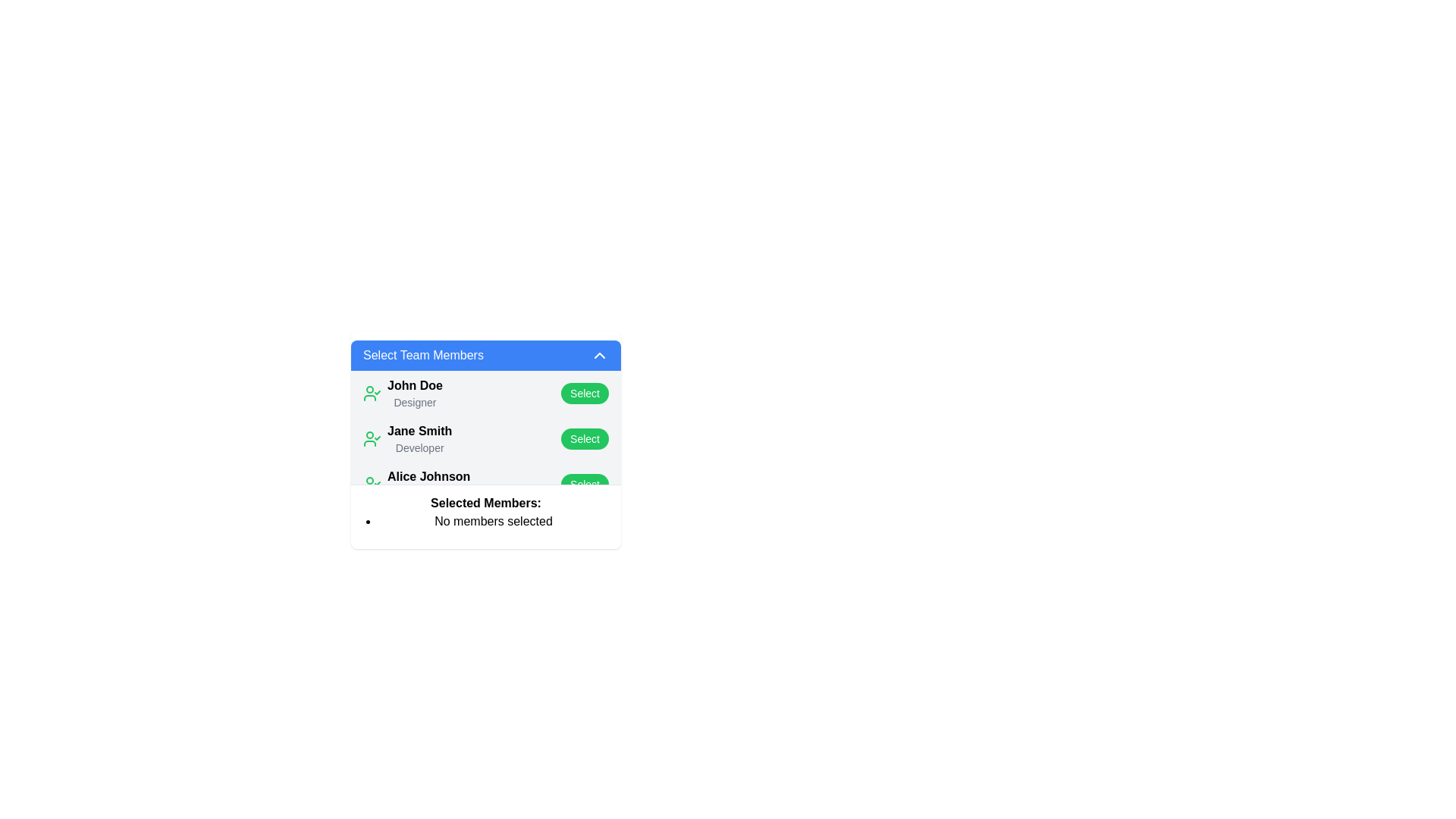 The image size is (1456, 819). Describe the element at coordinates (599, 356) in the screenshot. I see `the chevron icon in the blue header bar` at that location.